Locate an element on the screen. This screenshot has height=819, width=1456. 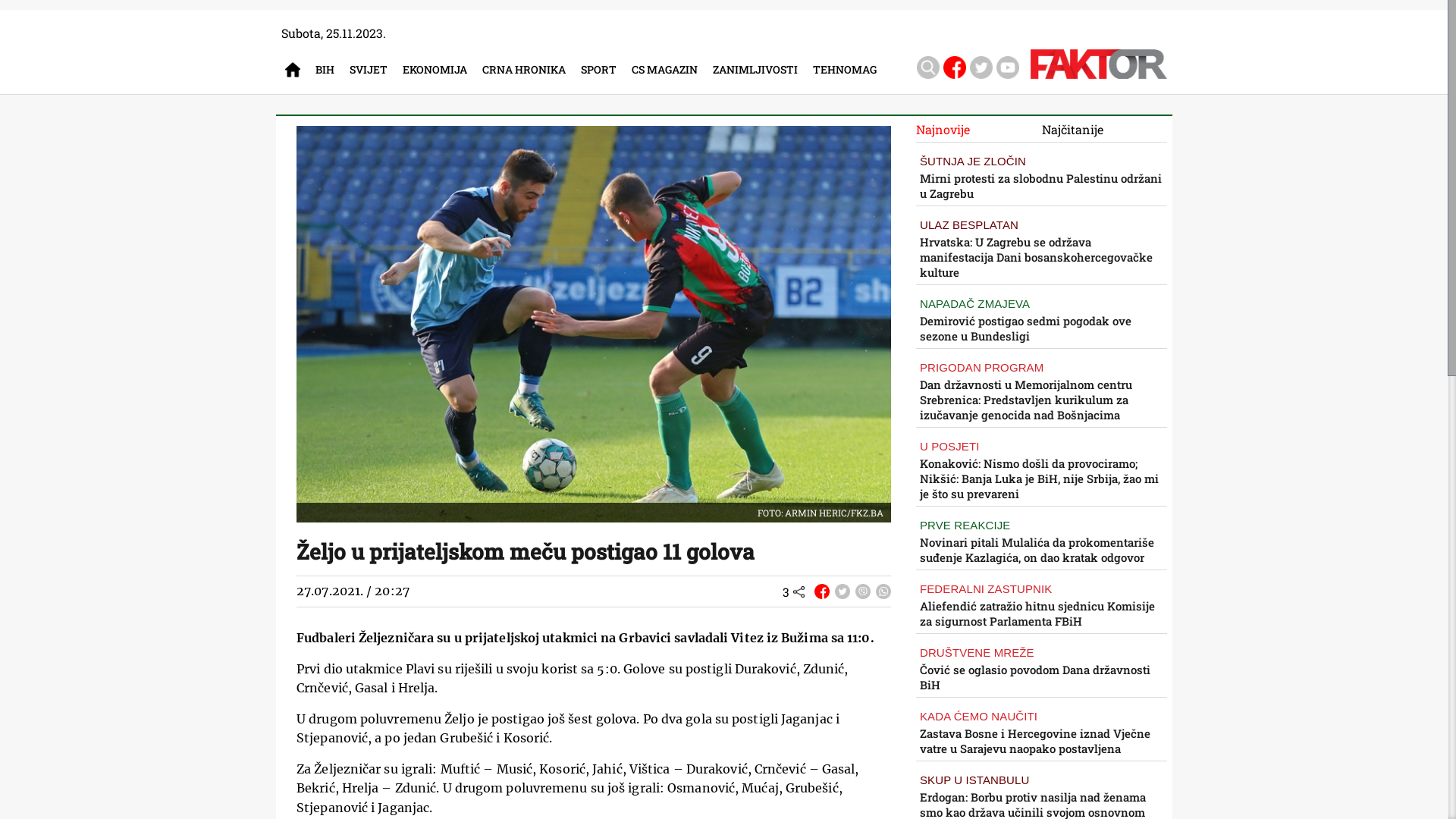
'CS MAGAZIN' is located at coordinates (632, 69).